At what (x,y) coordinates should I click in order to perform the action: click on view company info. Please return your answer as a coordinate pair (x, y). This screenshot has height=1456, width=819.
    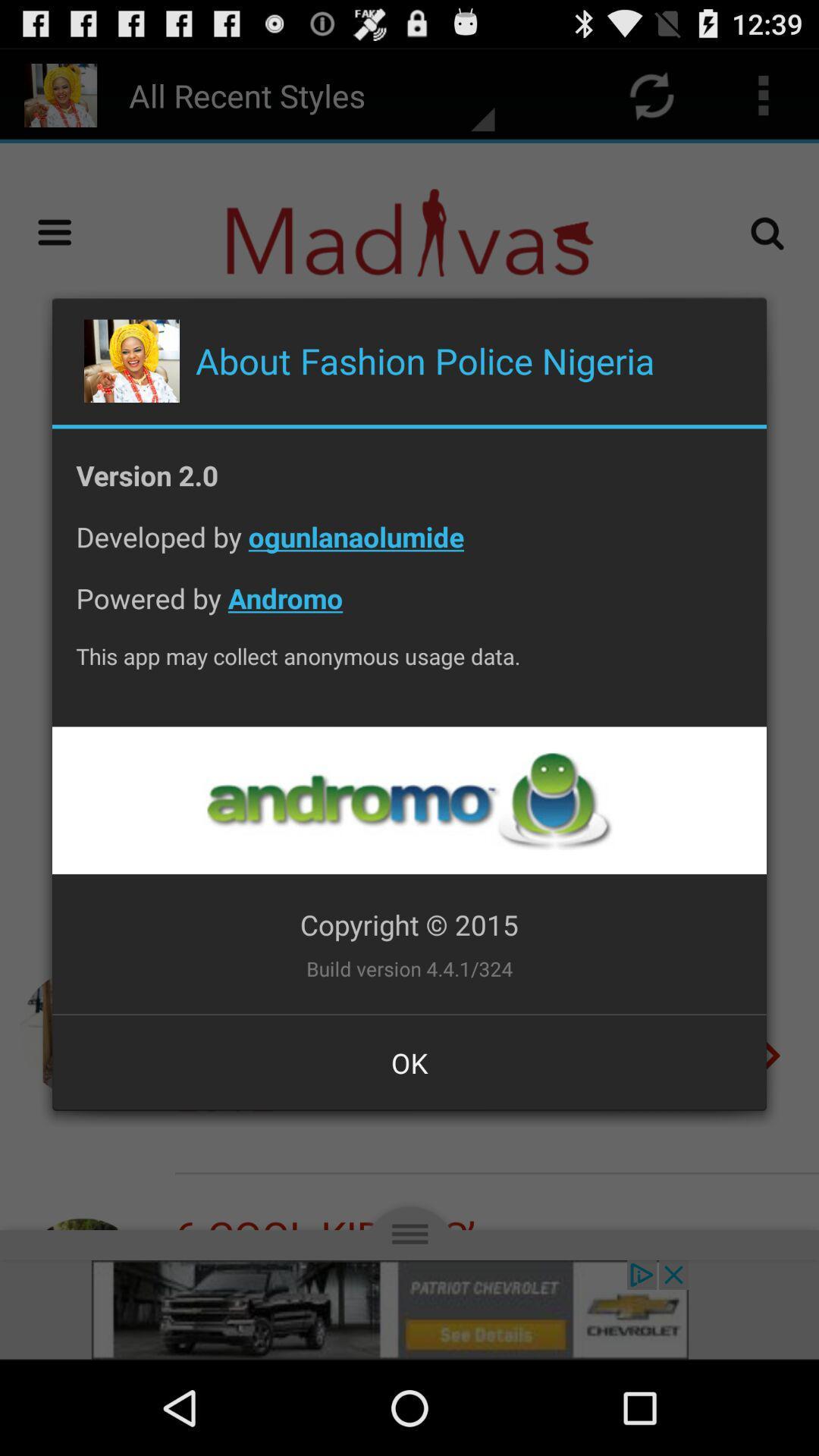
    Looking at the image, I should click on (408, 799).